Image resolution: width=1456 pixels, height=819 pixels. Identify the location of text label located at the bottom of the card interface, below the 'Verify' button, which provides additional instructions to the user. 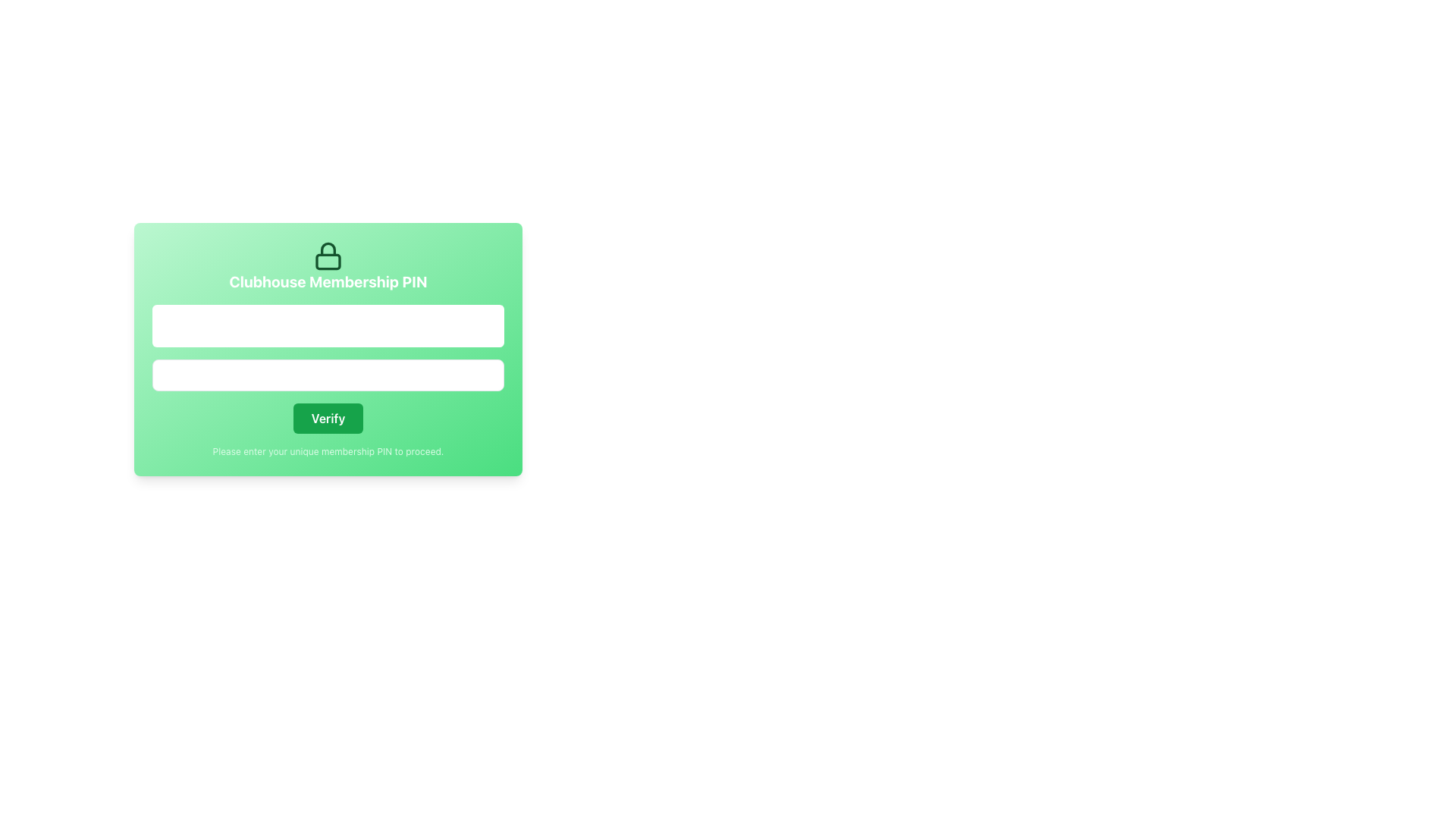
(327, 451).